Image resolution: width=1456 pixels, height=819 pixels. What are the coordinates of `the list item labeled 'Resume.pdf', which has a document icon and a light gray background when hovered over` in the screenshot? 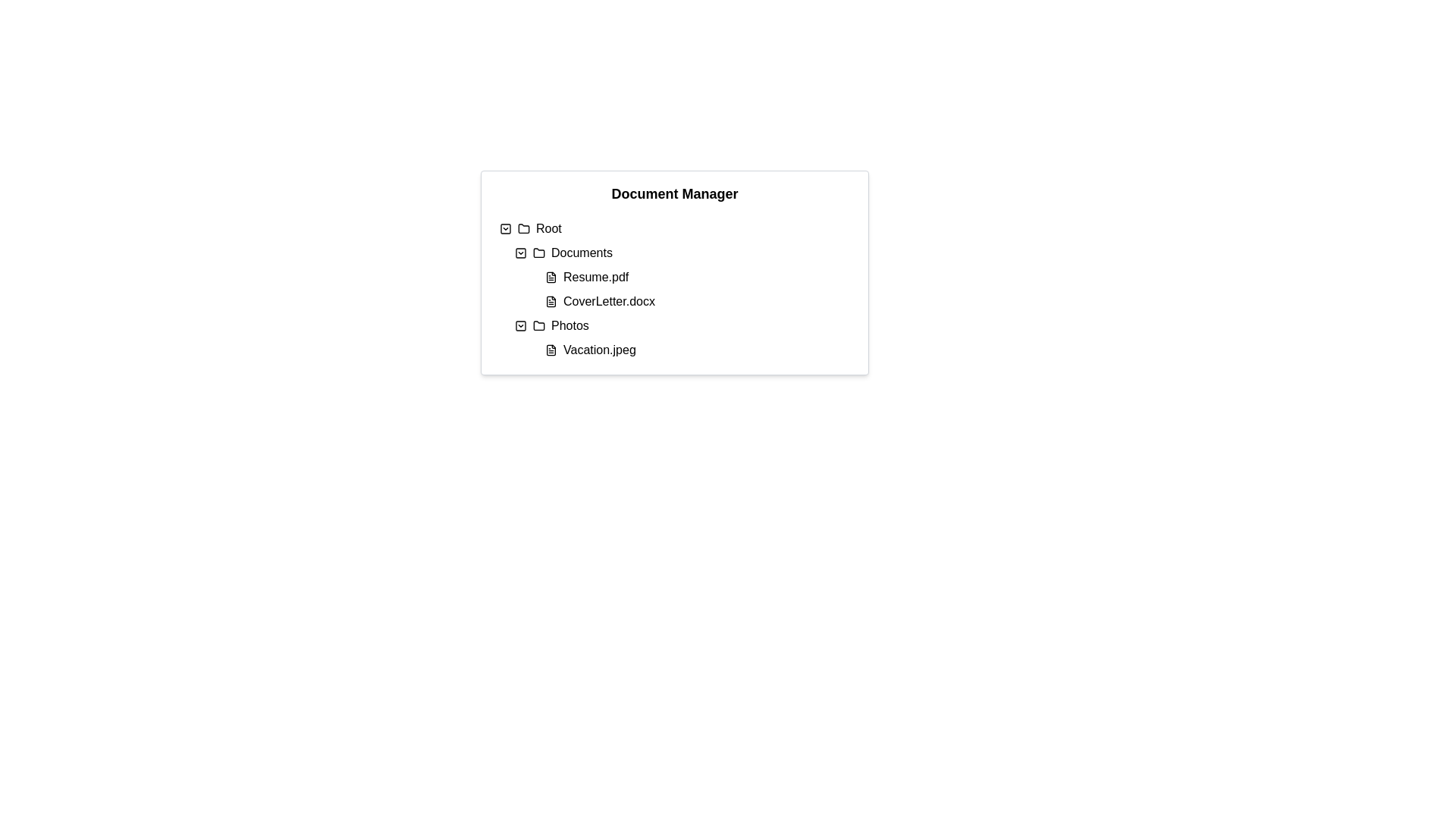 It's located at (697, 278).